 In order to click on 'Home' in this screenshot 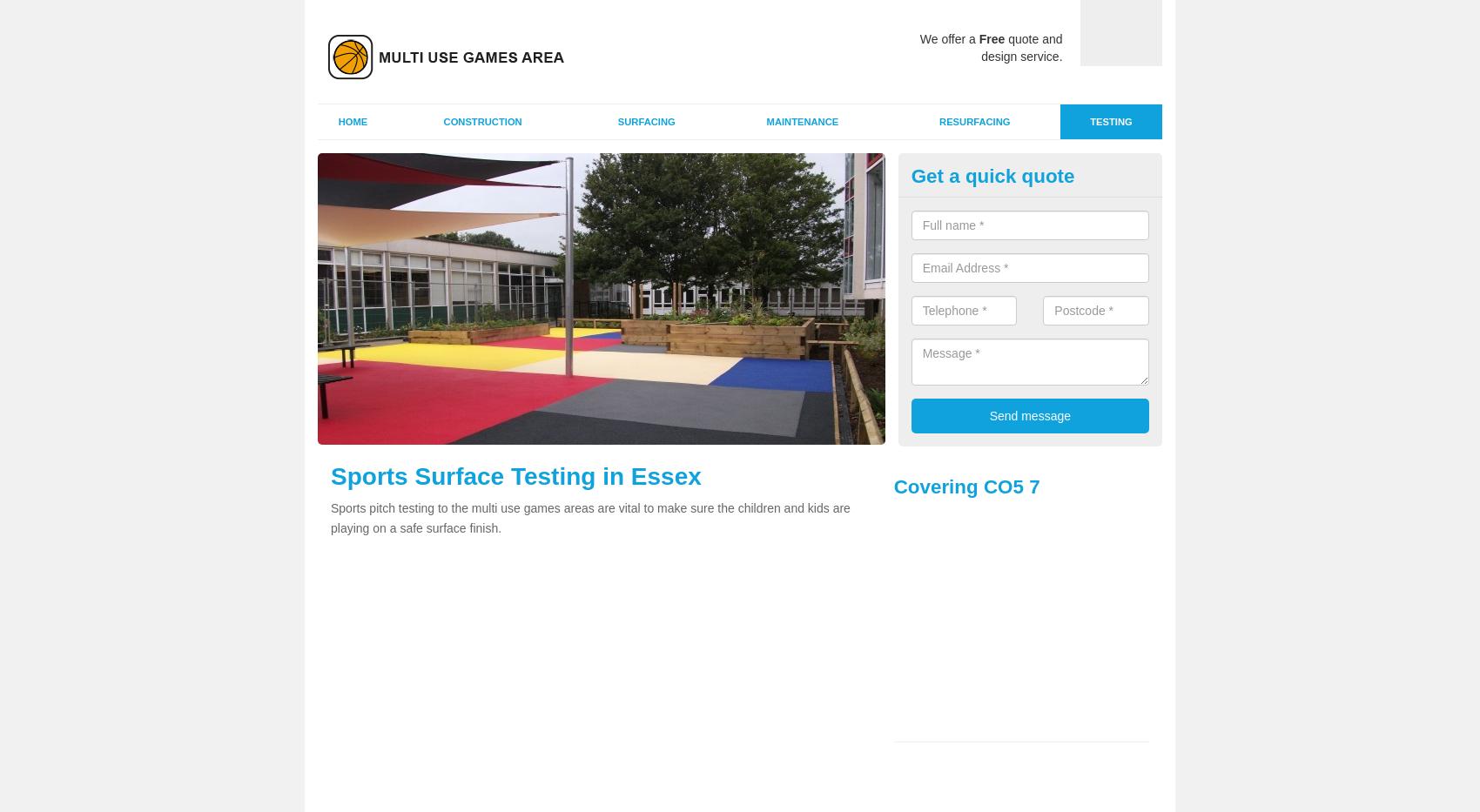, I will do `click(351, 121)`.